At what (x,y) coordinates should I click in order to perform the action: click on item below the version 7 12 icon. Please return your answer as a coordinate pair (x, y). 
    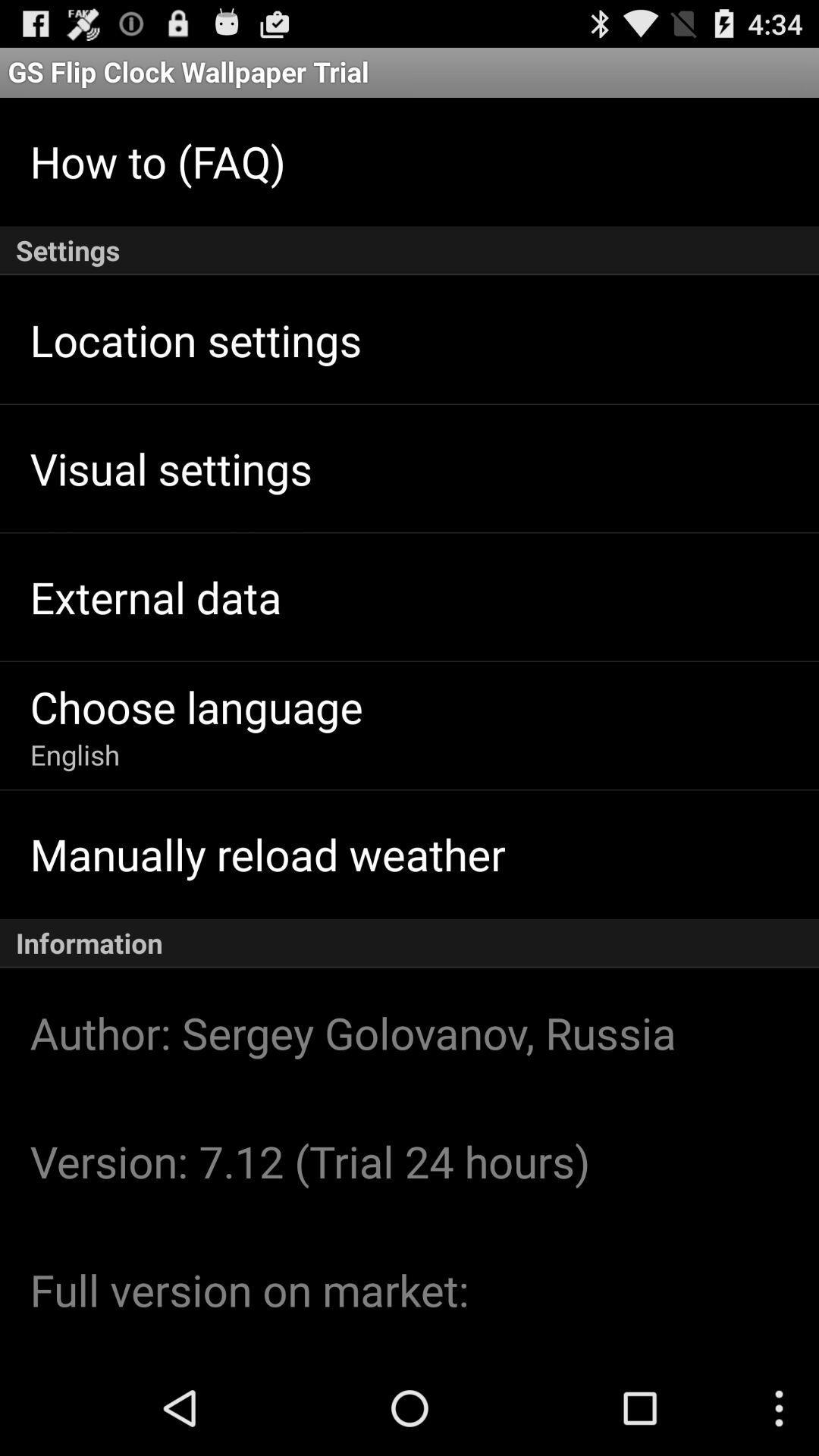
    Looking at the image, I should click on (249, 1288).